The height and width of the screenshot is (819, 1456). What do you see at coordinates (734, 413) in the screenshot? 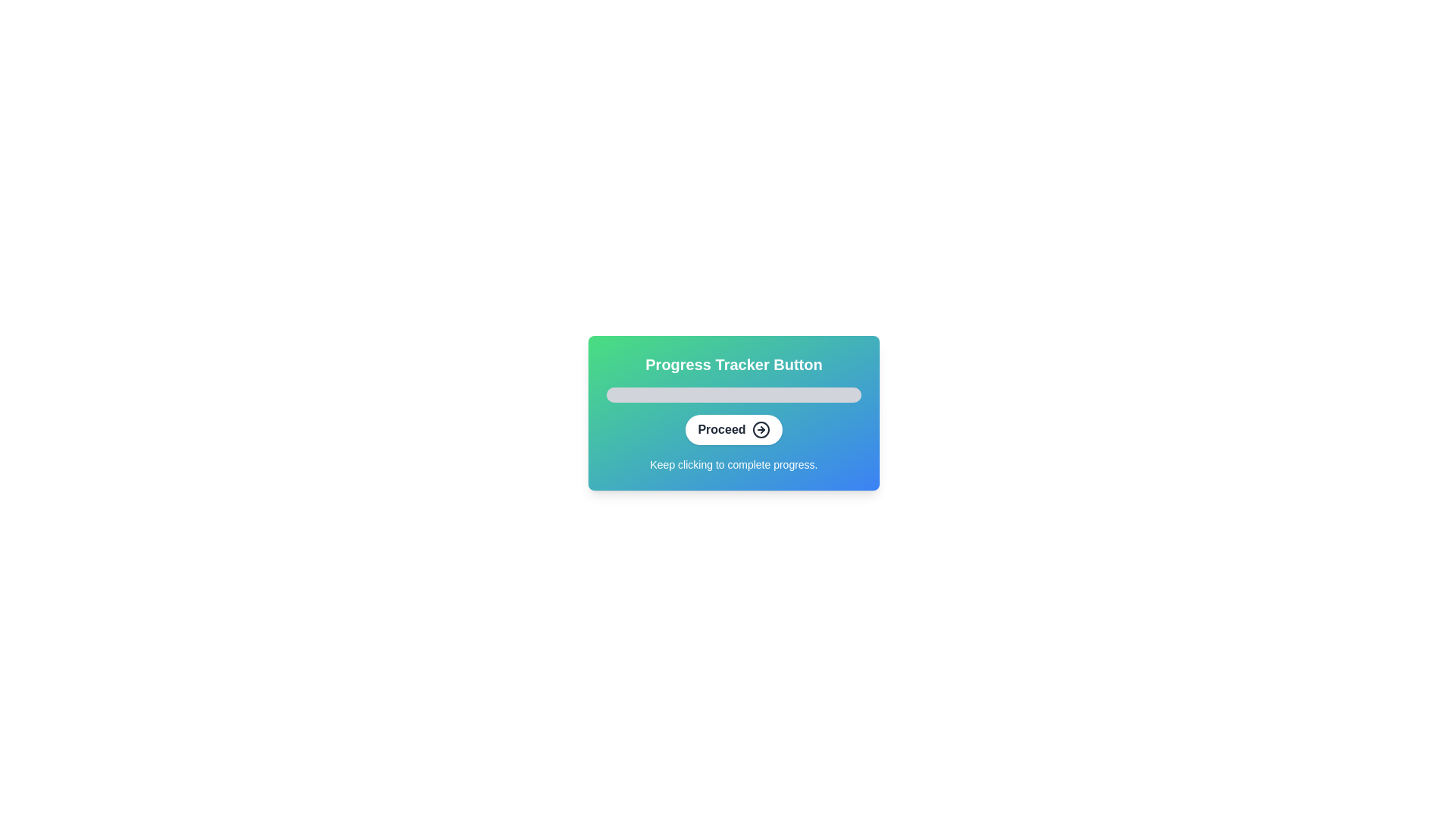
I see `the state of the progress bar within the 'Progress Tracker Button' composite component, which features a gradient background and a labeled button` at bounding box center [734, 413].